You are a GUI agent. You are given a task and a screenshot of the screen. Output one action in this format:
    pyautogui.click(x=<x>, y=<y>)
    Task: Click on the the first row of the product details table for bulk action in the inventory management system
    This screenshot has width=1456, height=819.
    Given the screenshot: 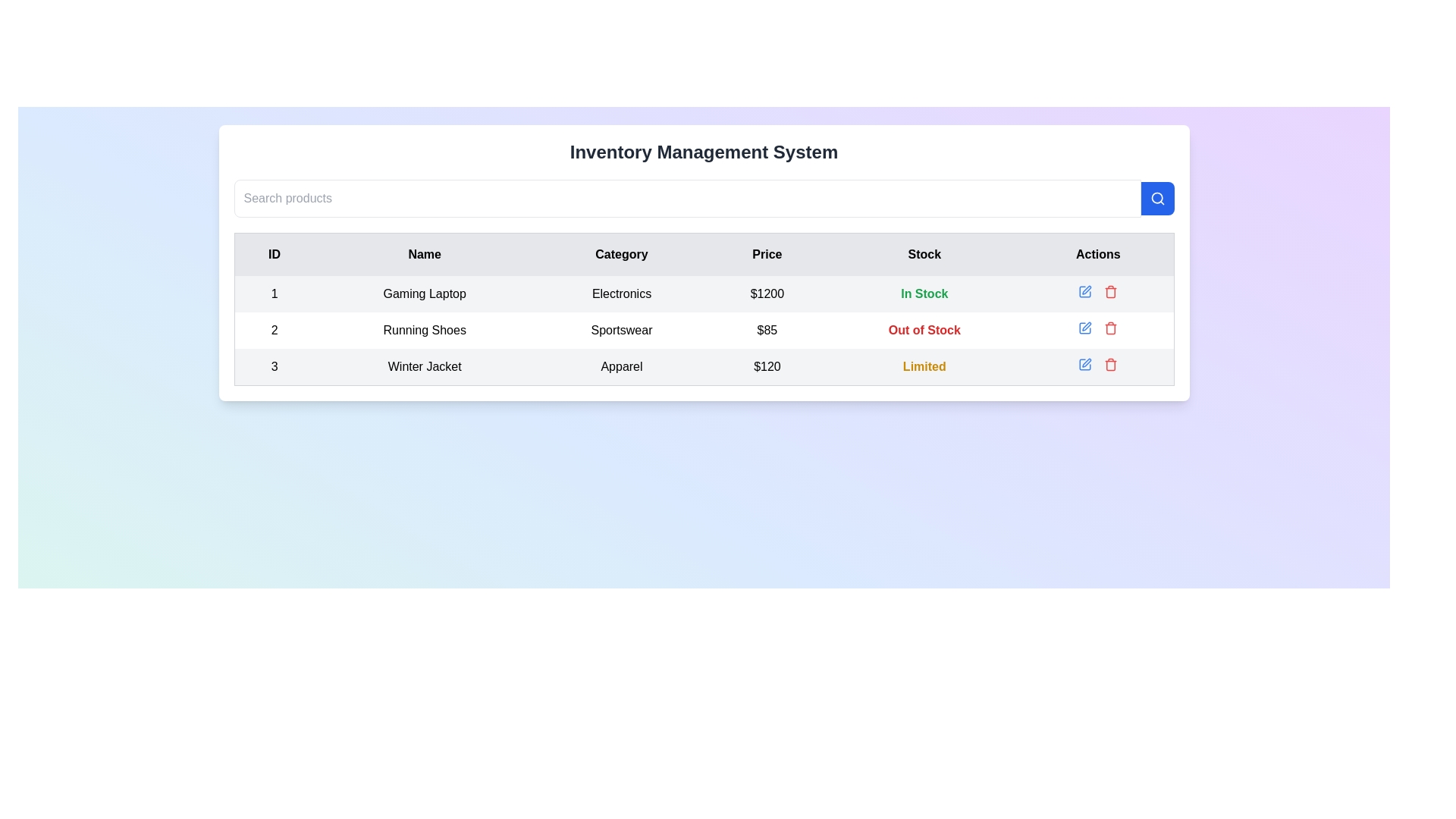 What is the action you would take?
    pyautogui.click(x=703, y=294)
    